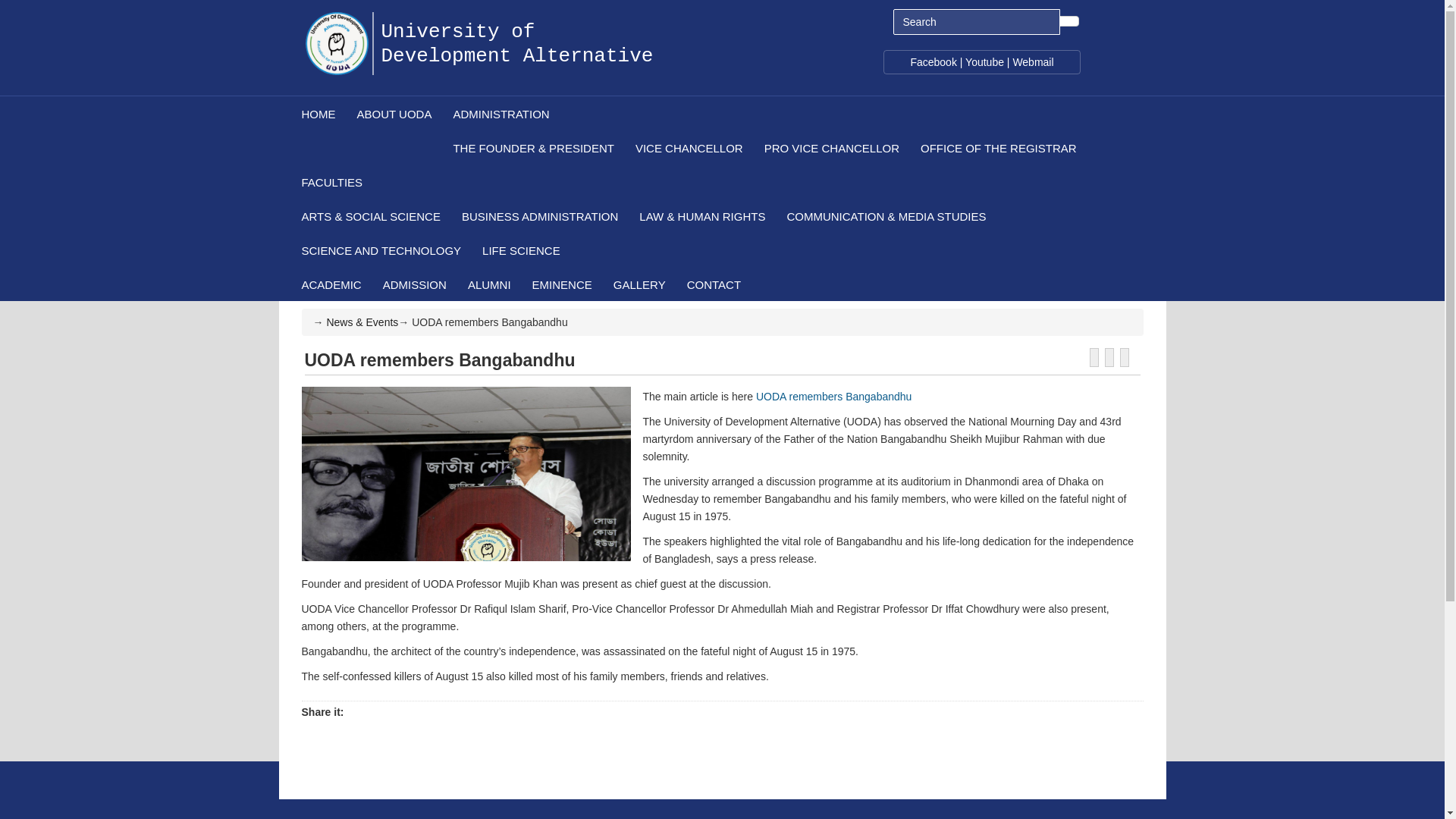 Image resolution: width=1456 pixels, height=819 pixels. What do you see at coordinates (369, 215) in the screenshot?
I see `'ARTS & SOCIAL SCIENCE'` at bounding box center [369, 215].